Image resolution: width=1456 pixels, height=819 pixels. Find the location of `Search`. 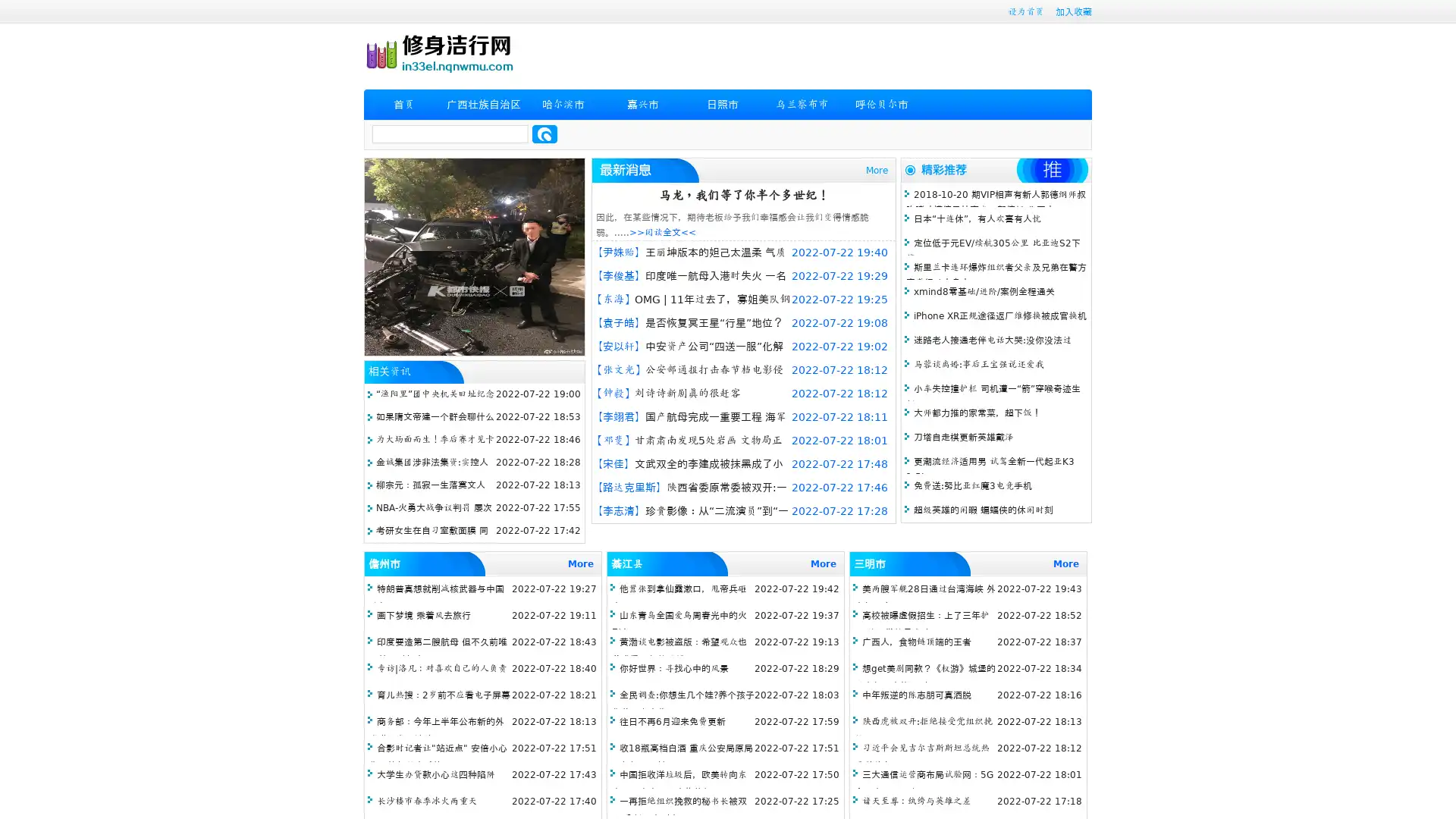

Search is located at coordinates (544, 133).